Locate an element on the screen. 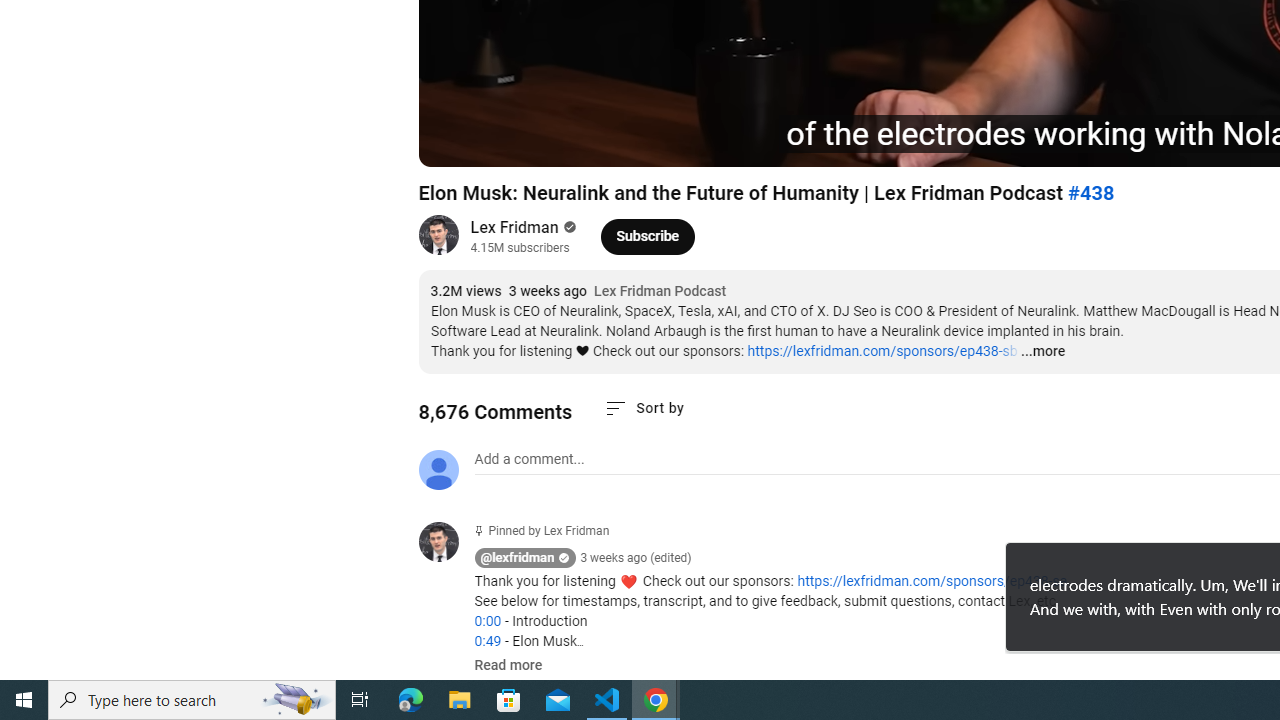  'Verified' is located at coordinates (566, 226).